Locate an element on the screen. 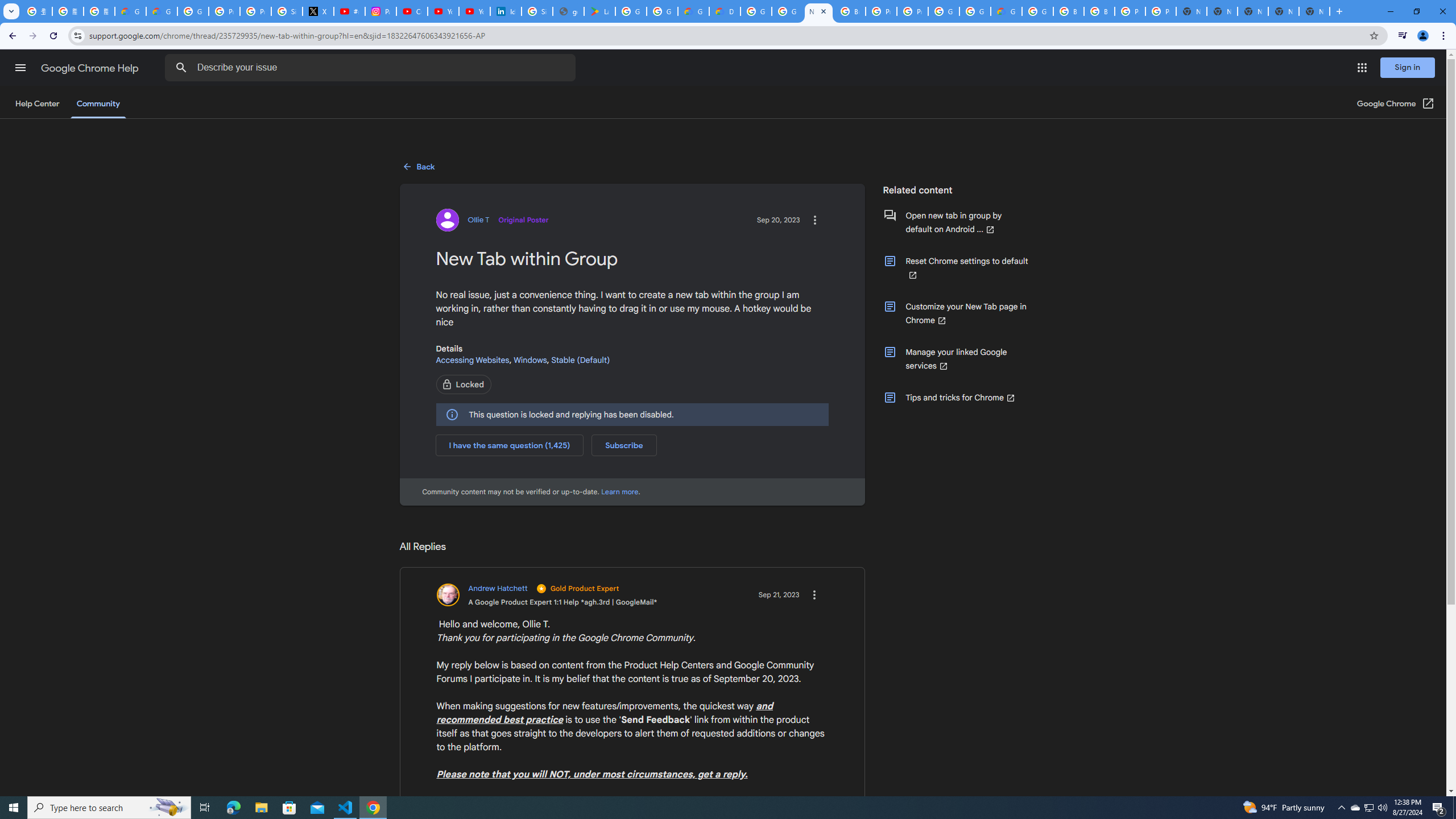 This screenshot has width=1456, height=819. 'Main menu' is located at coordinates (19, 67).